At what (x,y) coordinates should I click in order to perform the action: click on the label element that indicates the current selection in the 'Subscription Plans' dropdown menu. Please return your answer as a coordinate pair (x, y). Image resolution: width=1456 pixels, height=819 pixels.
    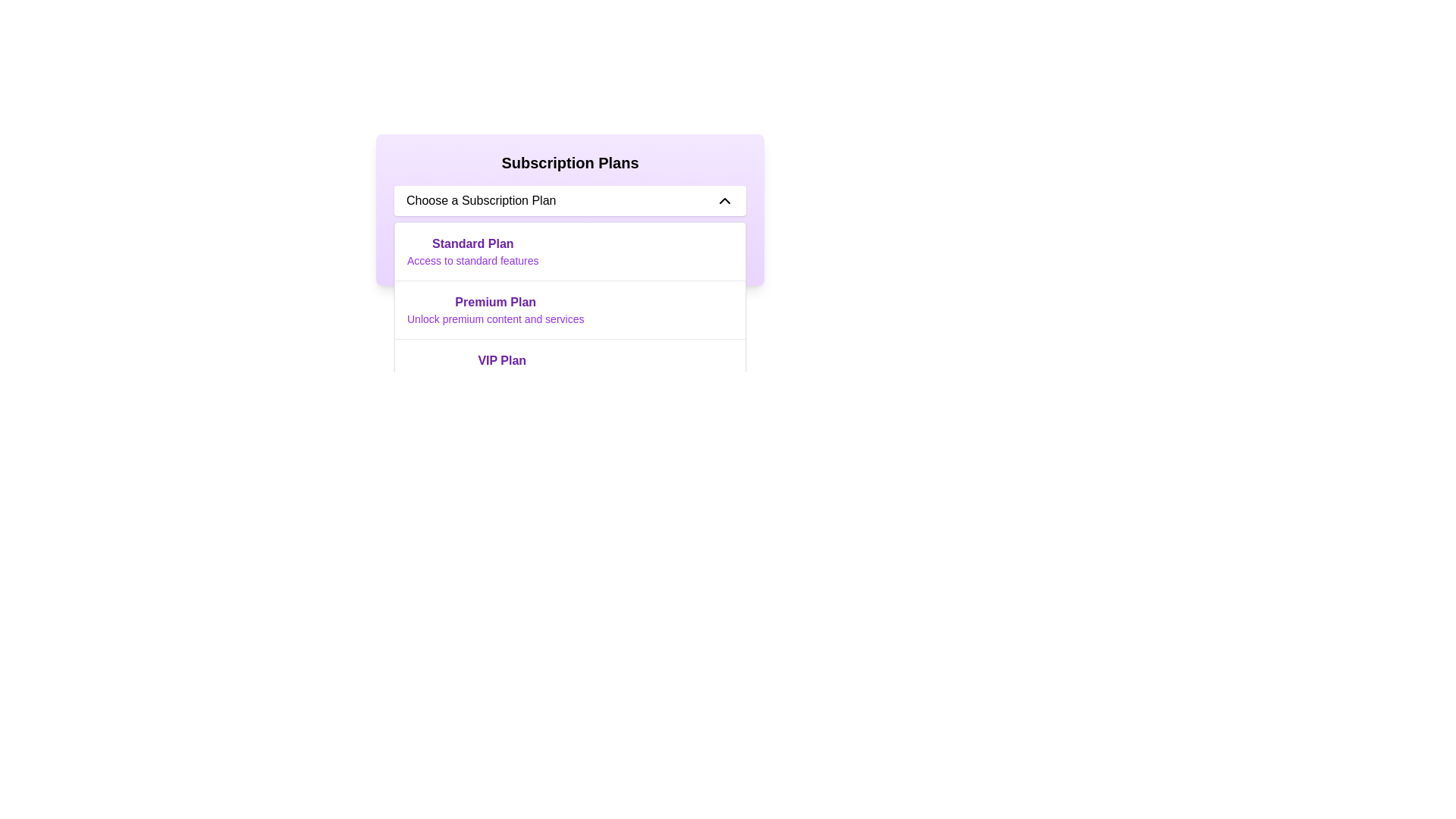
    Looking at the image, I should click on (480, 200).